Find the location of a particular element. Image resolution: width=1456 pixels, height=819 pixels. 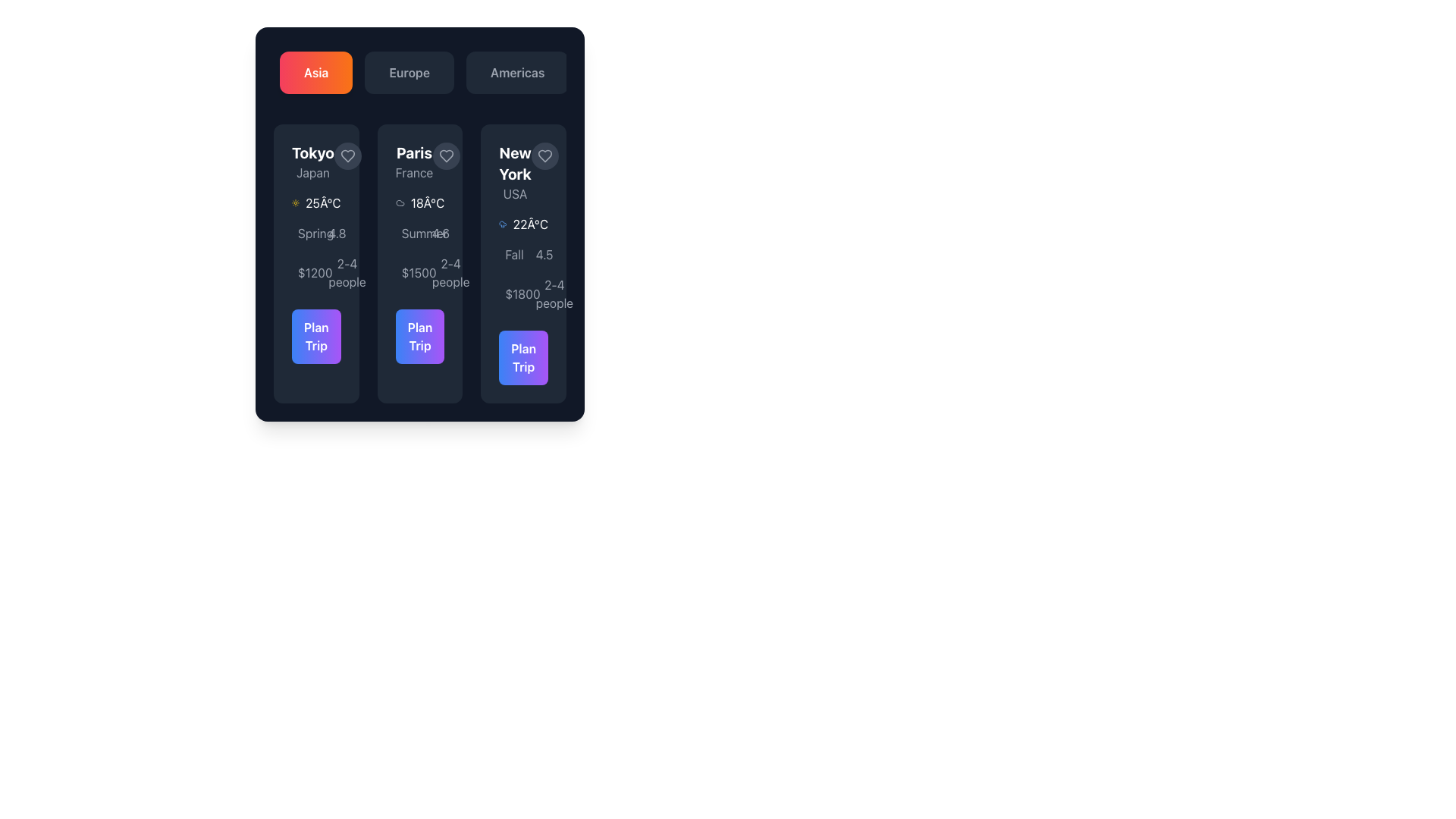

text displayed in bold, medium-sized font that shows '4.5' in gray, located in the third card under the 'Fall' label is located at coordinates (544, 253).